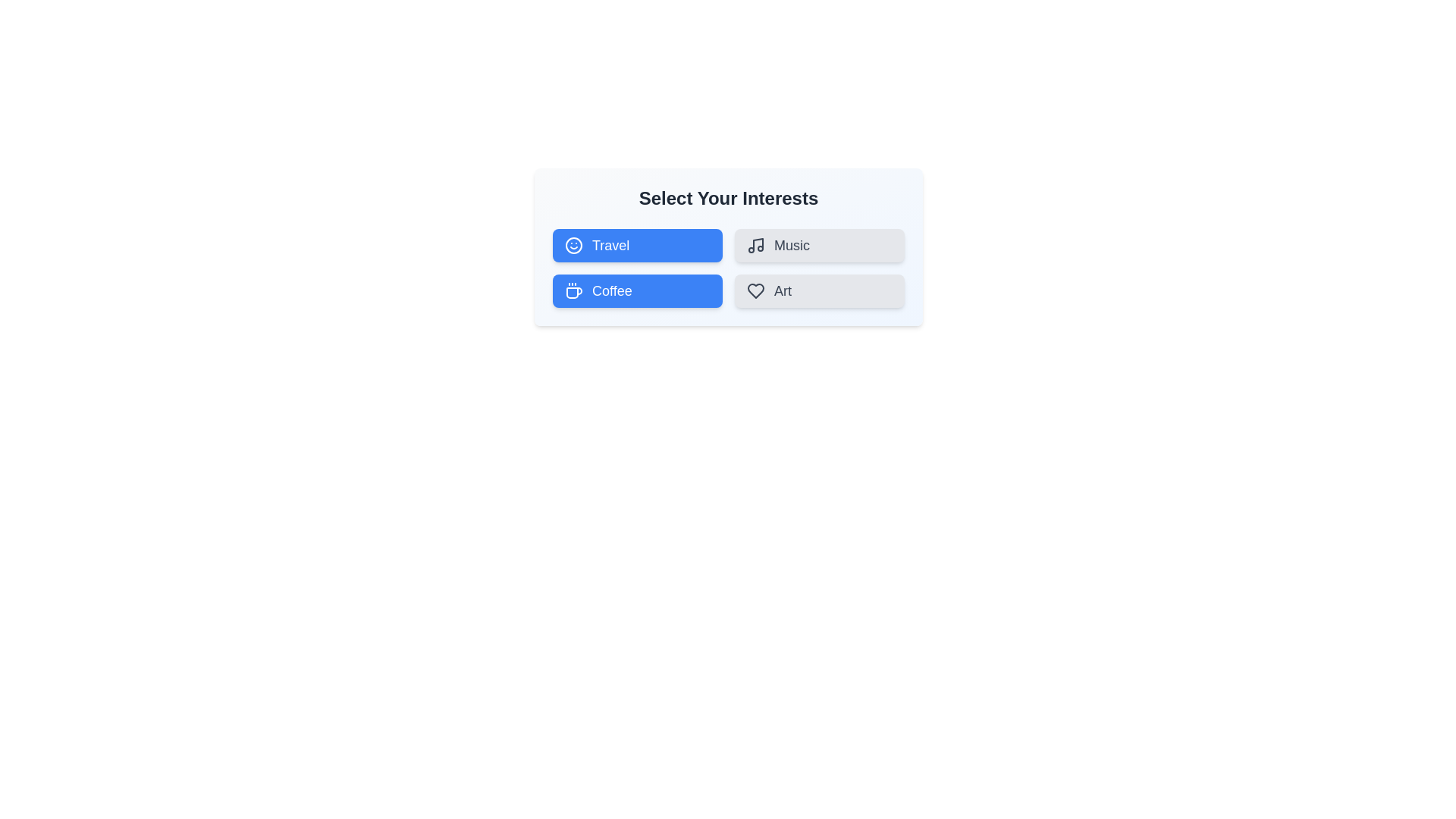  What do you see at coordinates (637, 291) in the screenshot?
I see `the interest Coffee by clicking its button` at bounding box center [637, 291].